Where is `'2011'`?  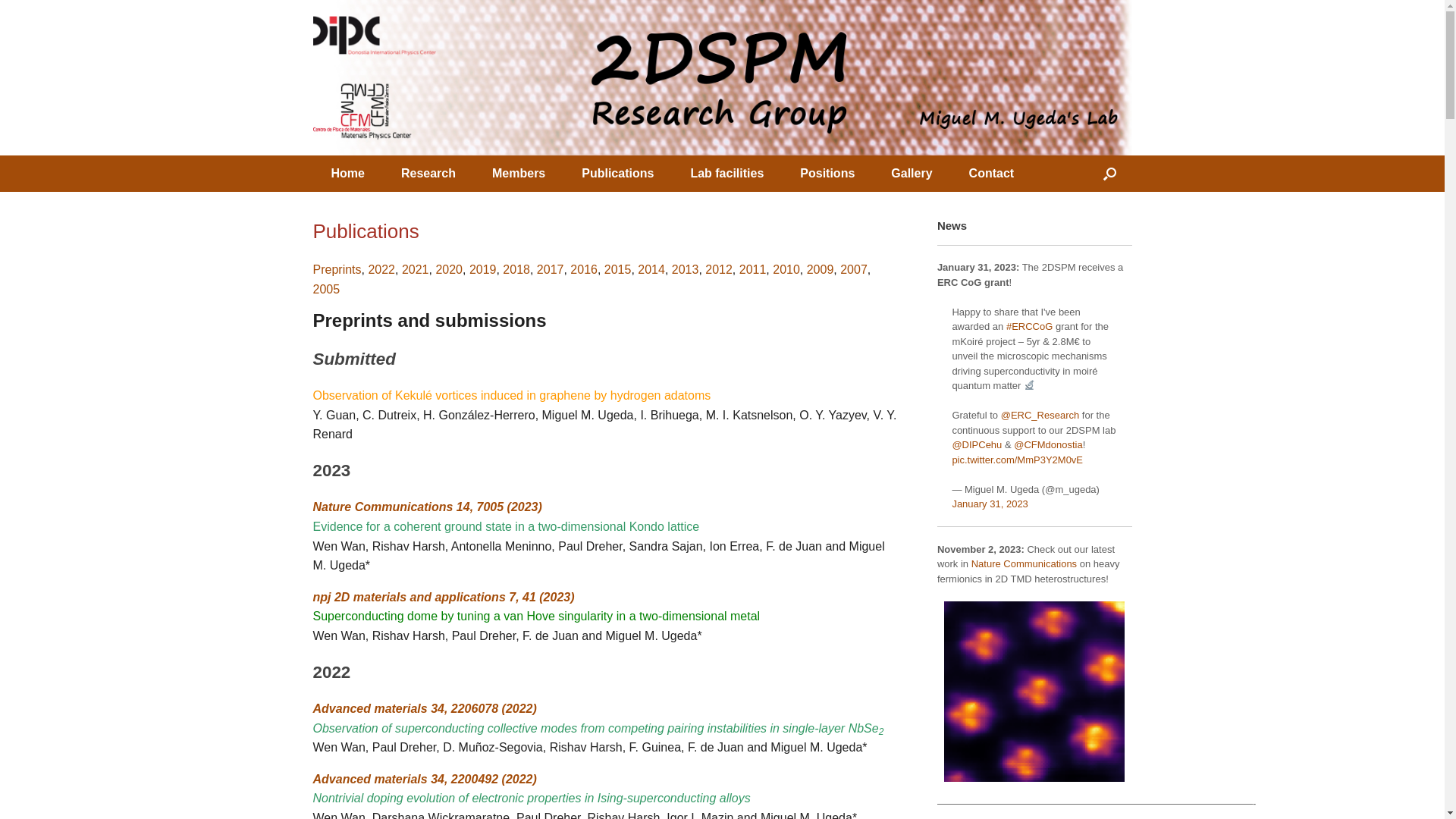 '2011' is located at coordinates (753, 268).